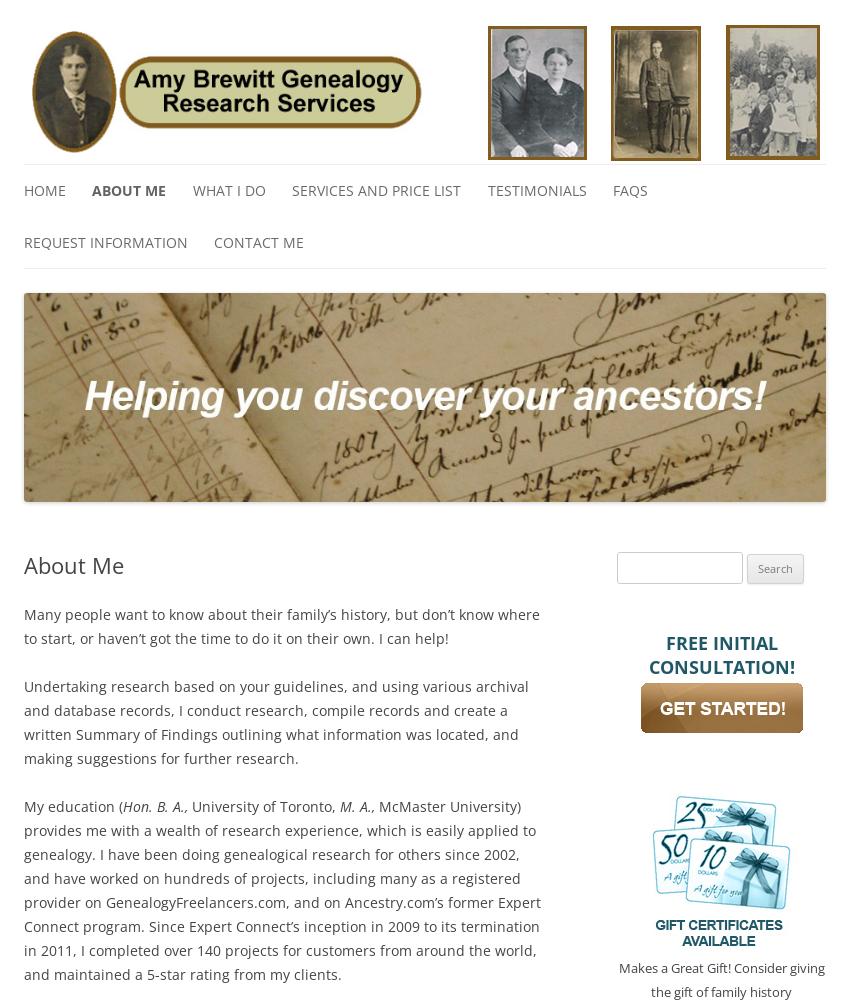 The image size is (850, 1000). Describe the element at coordinates (104, 240) in the screenshot. I see `'Request Information'` at that location.